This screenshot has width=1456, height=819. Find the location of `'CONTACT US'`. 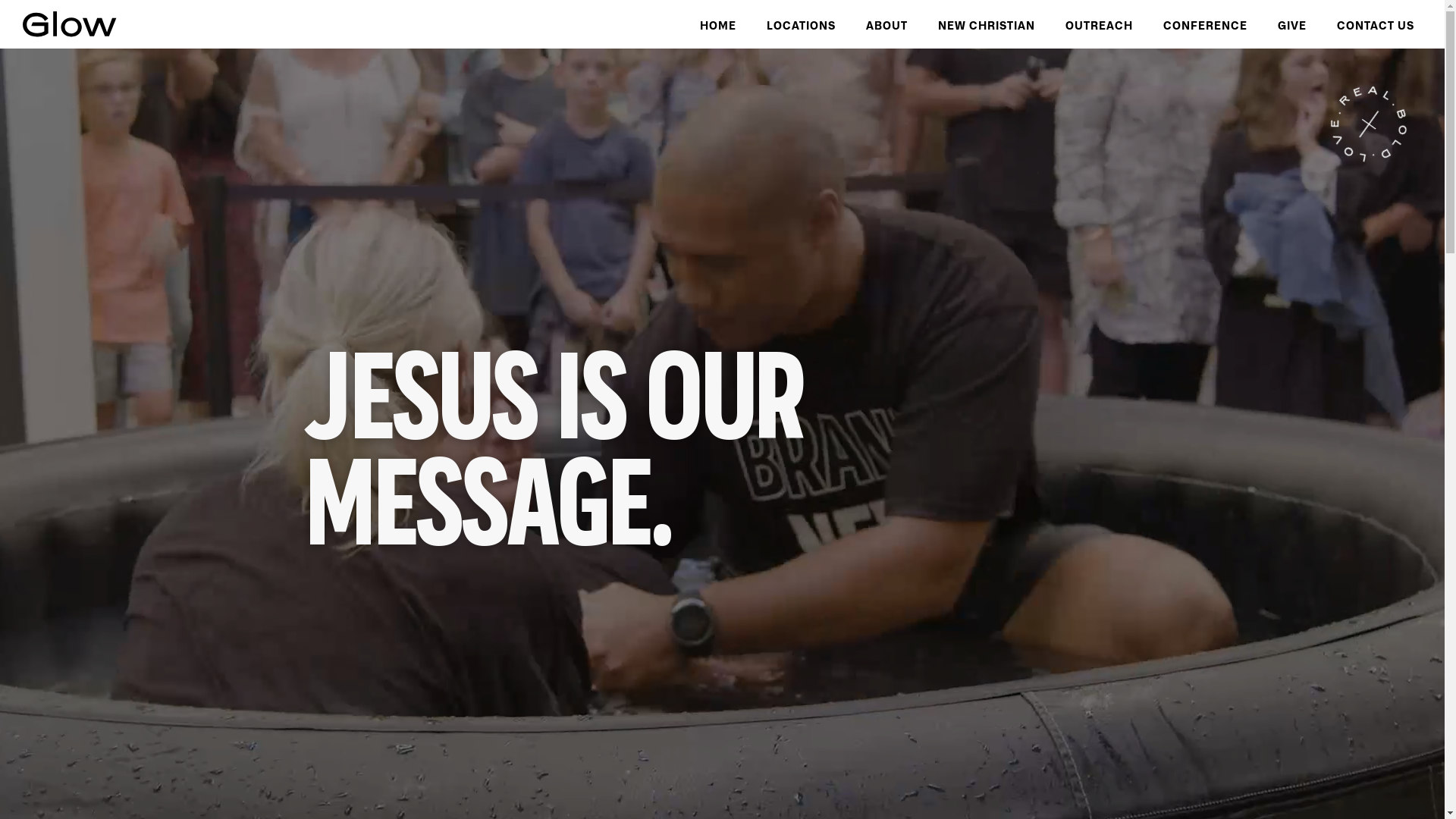

'CONTACT US' is located at coordinates (1376, 24).